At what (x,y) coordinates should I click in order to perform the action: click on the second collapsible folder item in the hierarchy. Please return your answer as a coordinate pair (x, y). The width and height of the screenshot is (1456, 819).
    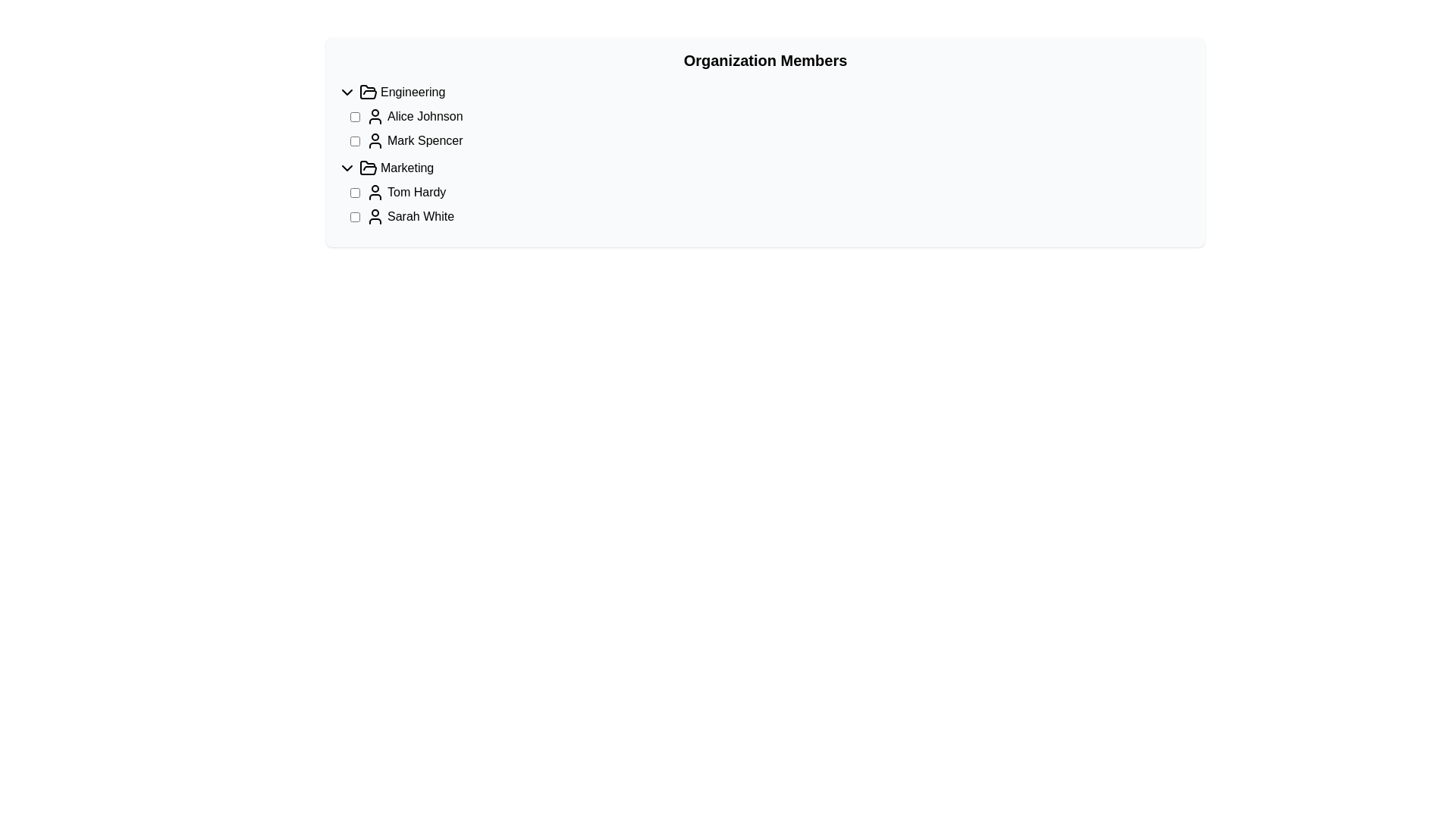
    Looking at the image, I should click on (397, 168).